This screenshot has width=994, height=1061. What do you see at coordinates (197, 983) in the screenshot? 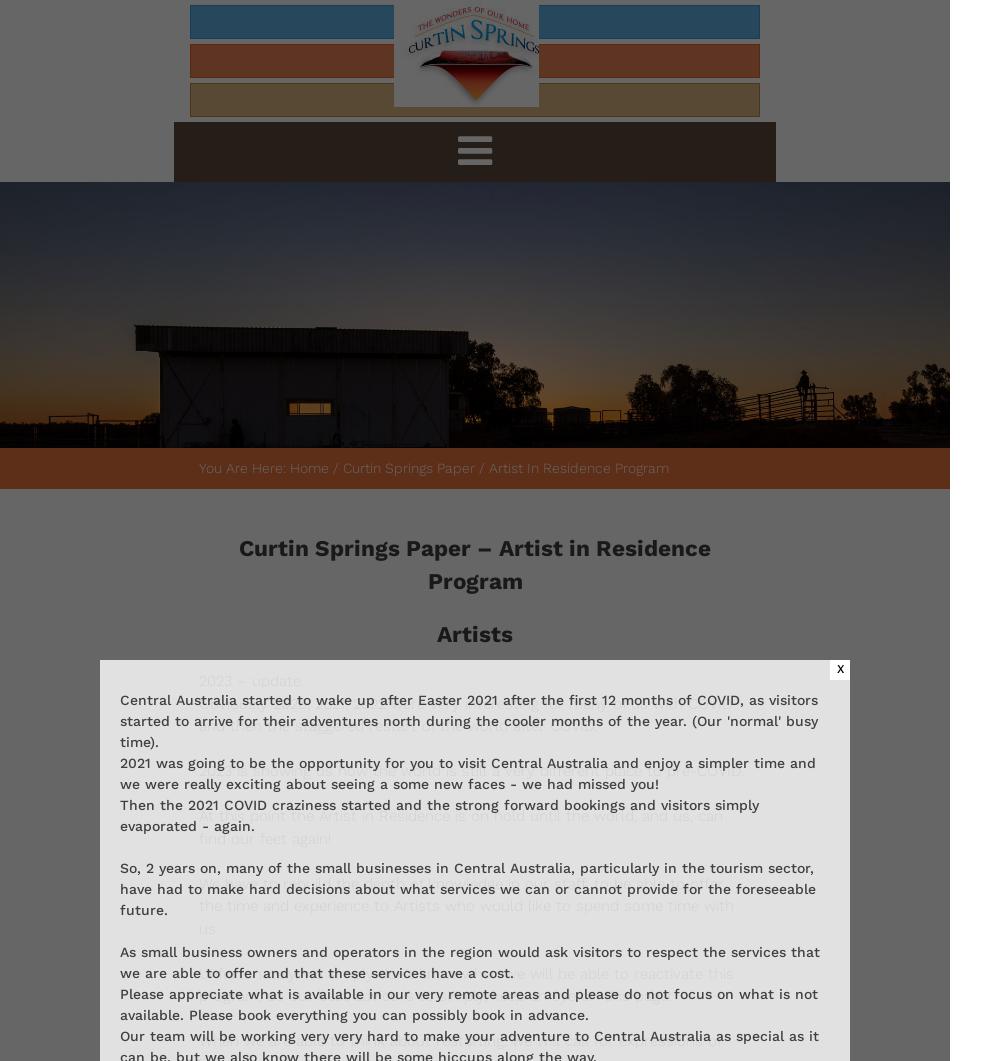
I see `'Unfortunately, we simply don’t know when we will be able to reactivate this program, so our best advice is to simply, keep an eye on this page!'` at bounding box center [197, 983].